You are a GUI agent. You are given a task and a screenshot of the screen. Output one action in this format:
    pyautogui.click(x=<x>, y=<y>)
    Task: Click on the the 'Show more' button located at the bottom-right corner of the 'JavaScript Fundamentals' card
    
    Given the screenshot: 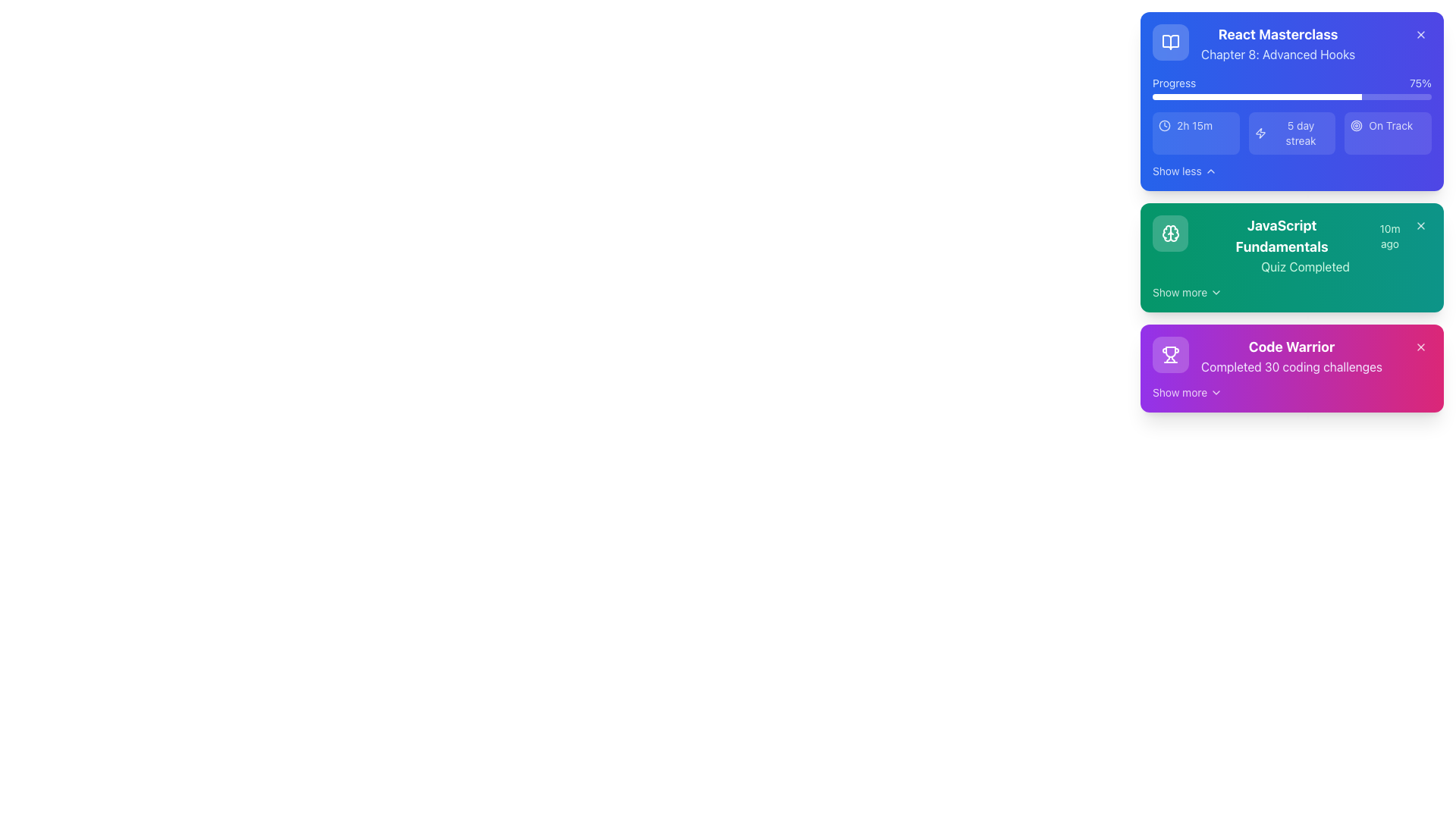 What is the action you would take?
    pyautogui.click(x=1187, y=292)
    